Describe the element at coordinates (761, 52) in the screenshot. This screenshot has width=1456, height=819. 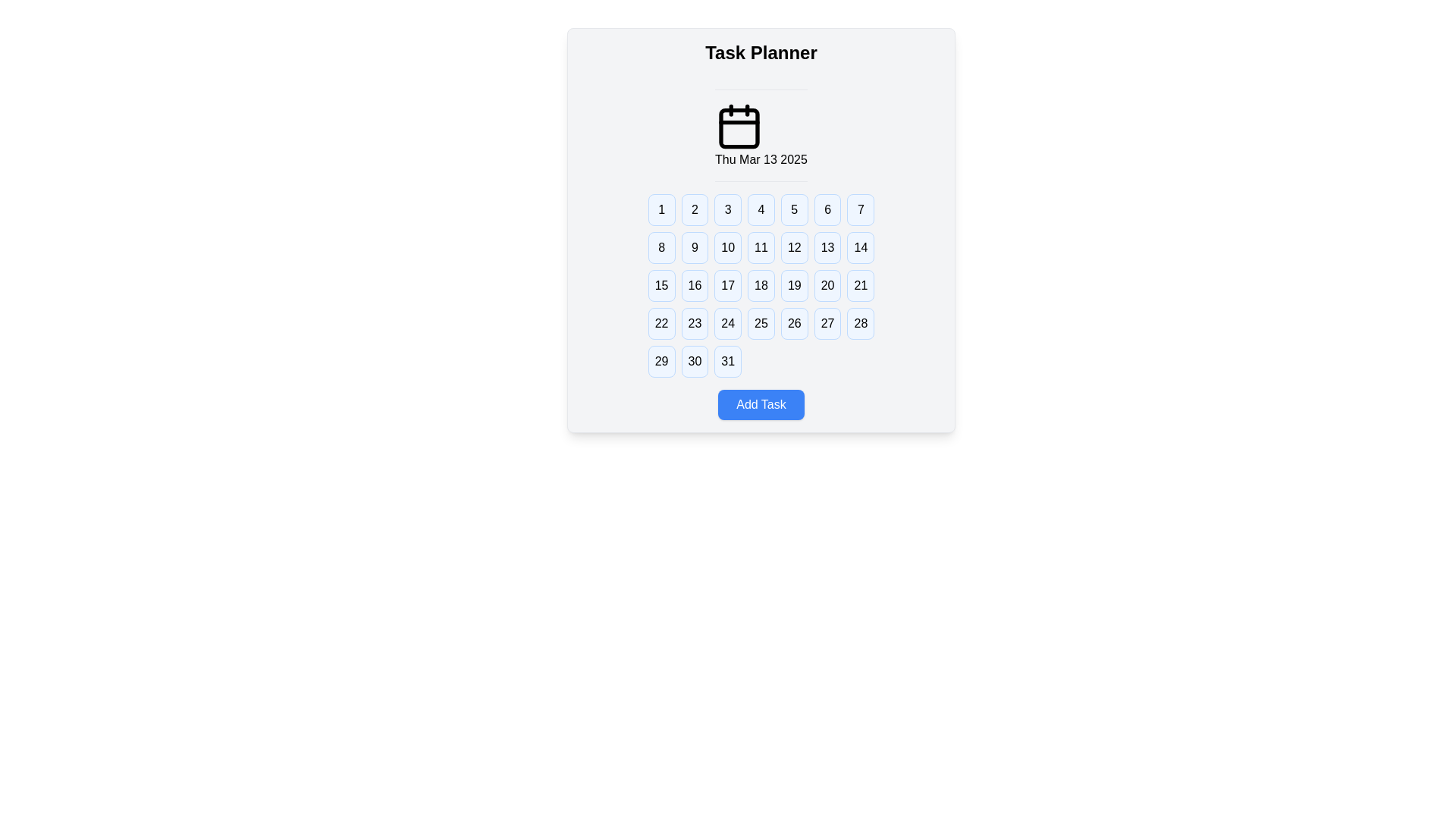
I see `the header text element that reads 'Task Planner', which is bold and larger than other text elements, located at the top-center of the interface` at that location.